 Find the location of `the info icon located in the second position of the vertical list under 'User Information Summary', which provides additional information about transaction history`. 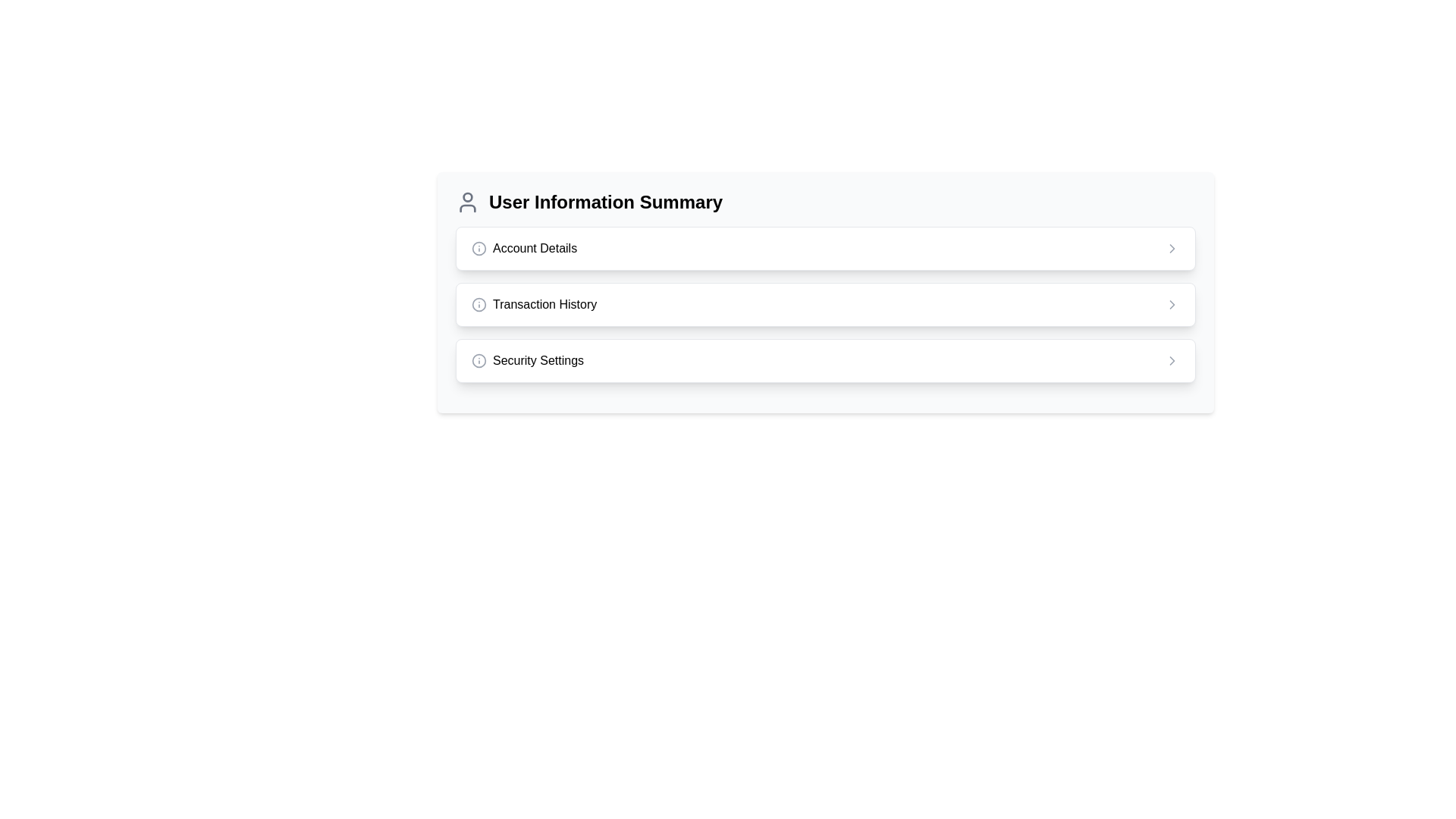

the info icon located in the second position of the vertical list under 'User Information Summary', which provides additional information about transaction history is located at coordinates (534, 304).